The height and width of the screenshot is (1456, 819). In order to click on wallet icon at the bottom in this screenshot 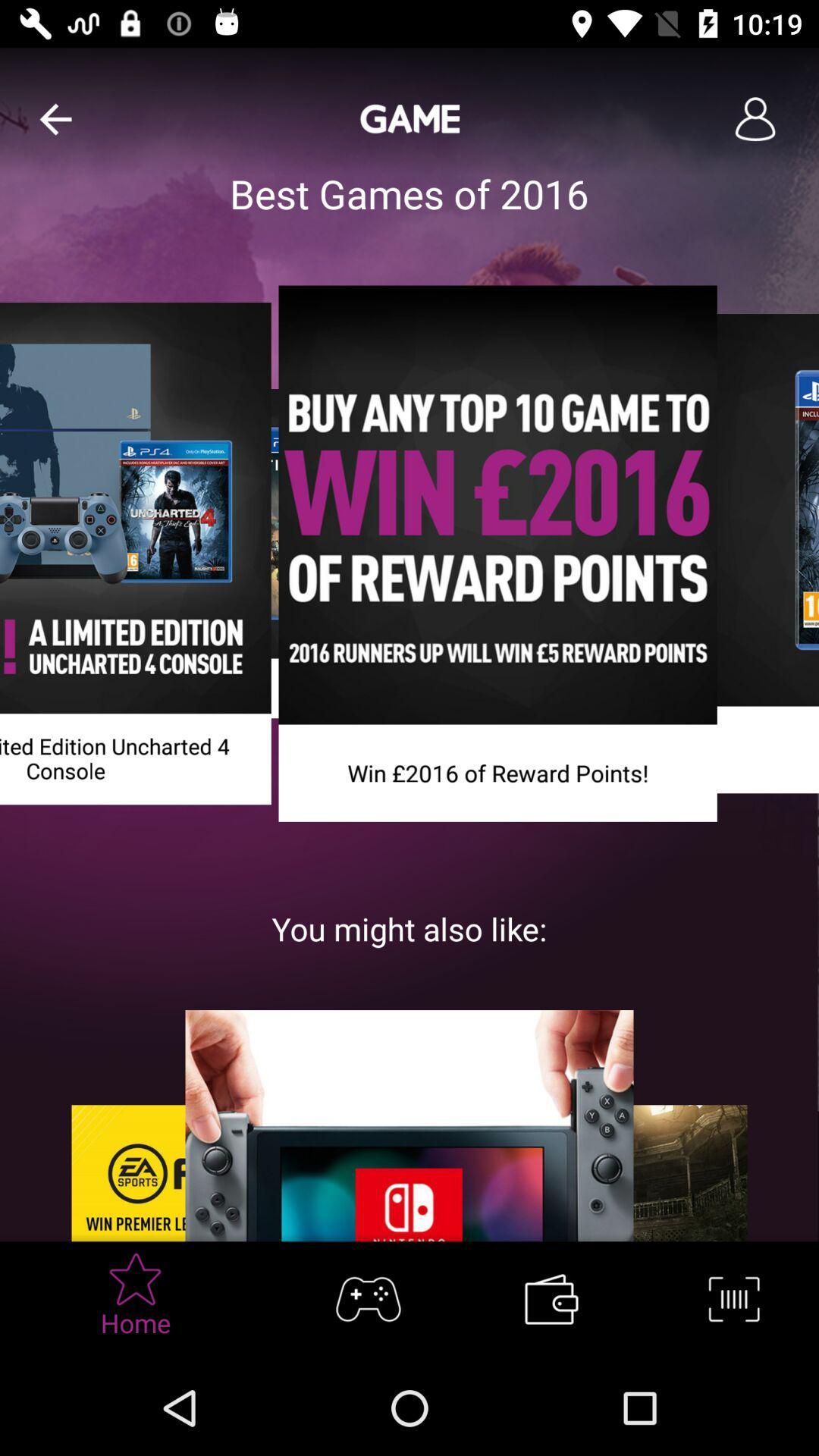, I will do `click(551, 1298)`.